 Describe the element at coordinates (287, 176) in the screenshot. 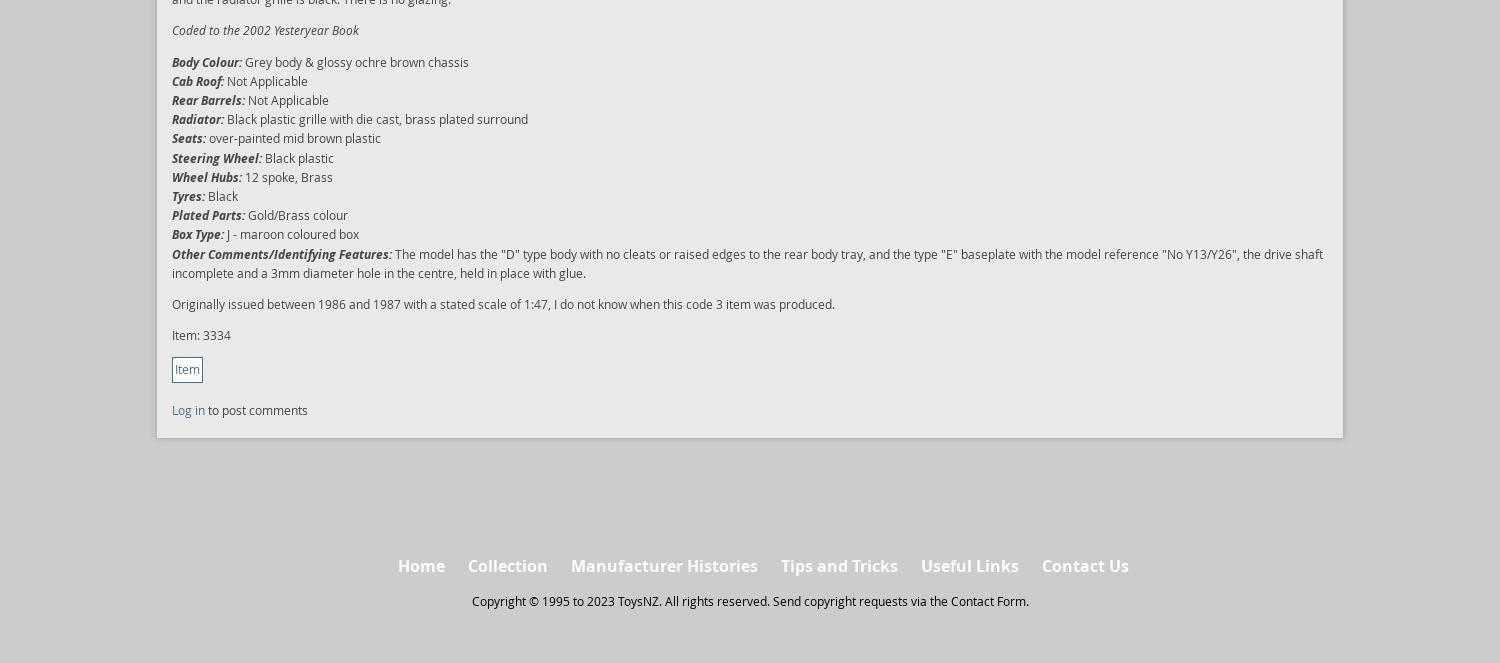

I see `'12 spoke, Brass'` at that location.